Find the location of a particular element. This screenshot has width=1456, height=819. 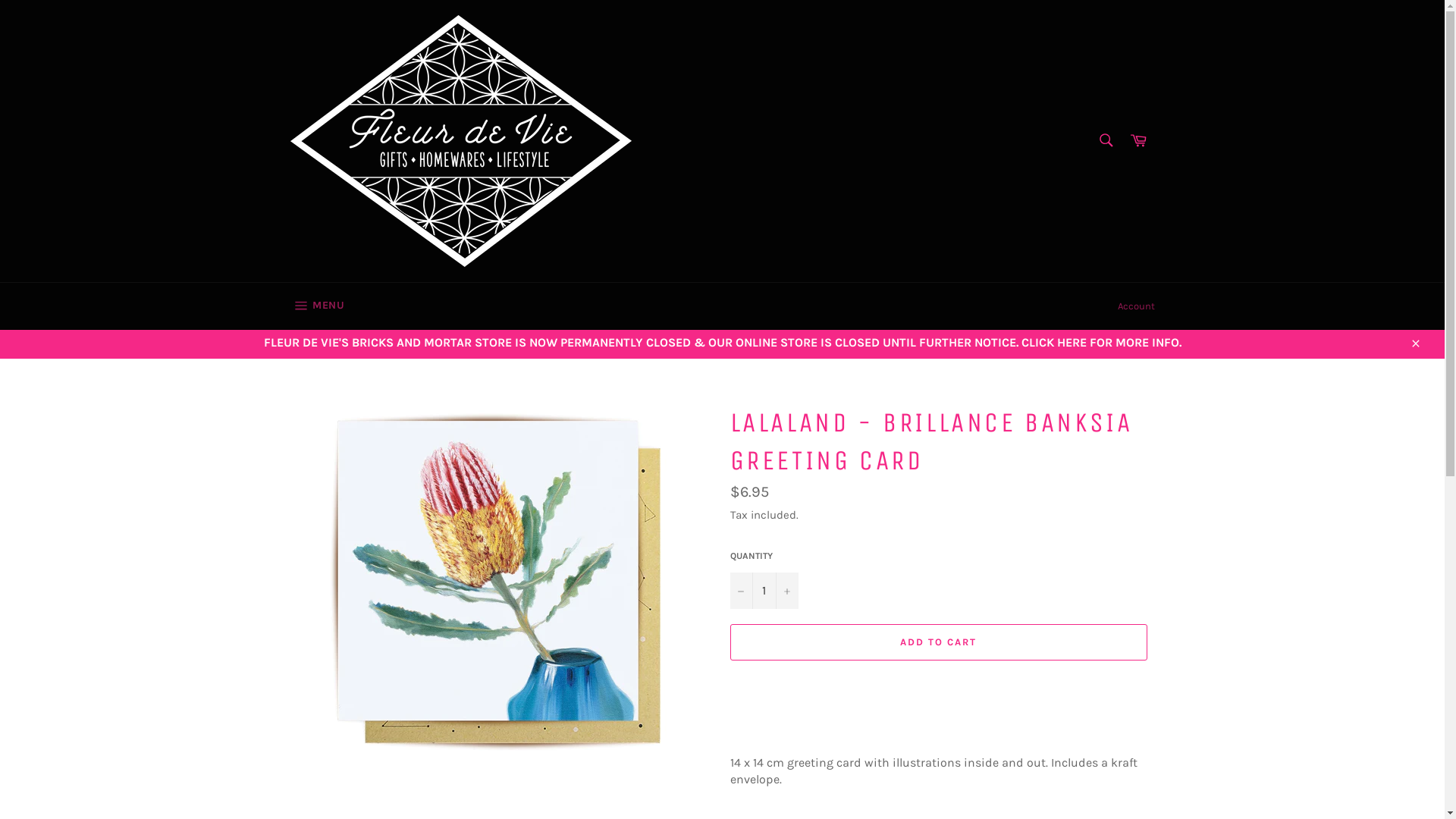

'Account' is located at coordinates (1136, 306).